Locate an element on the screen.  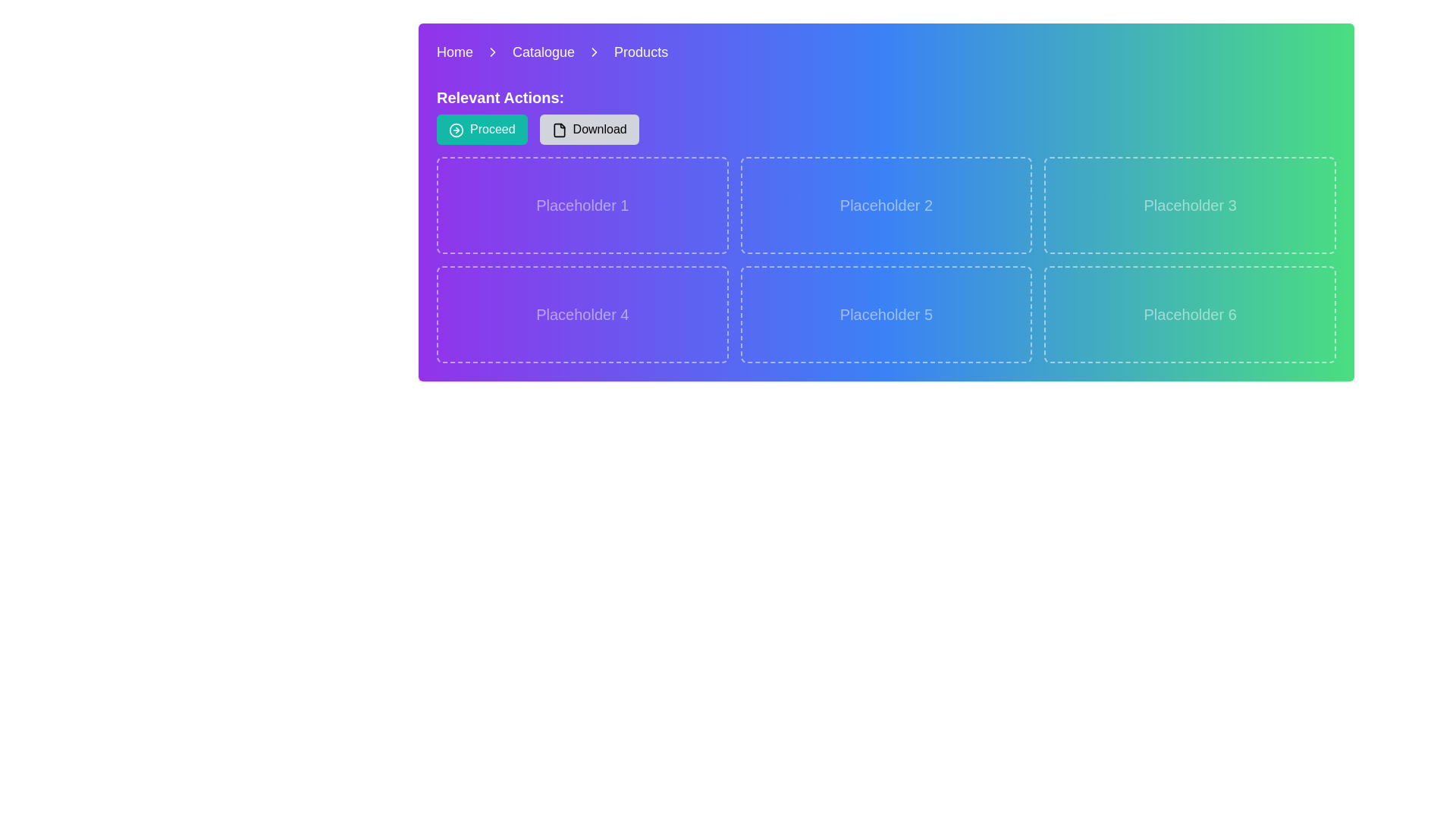
the breadcrumb navigation icon located between 'Catalogue' and 'Products' to indicate progression in the navigation is located at coordinates (594, 52).